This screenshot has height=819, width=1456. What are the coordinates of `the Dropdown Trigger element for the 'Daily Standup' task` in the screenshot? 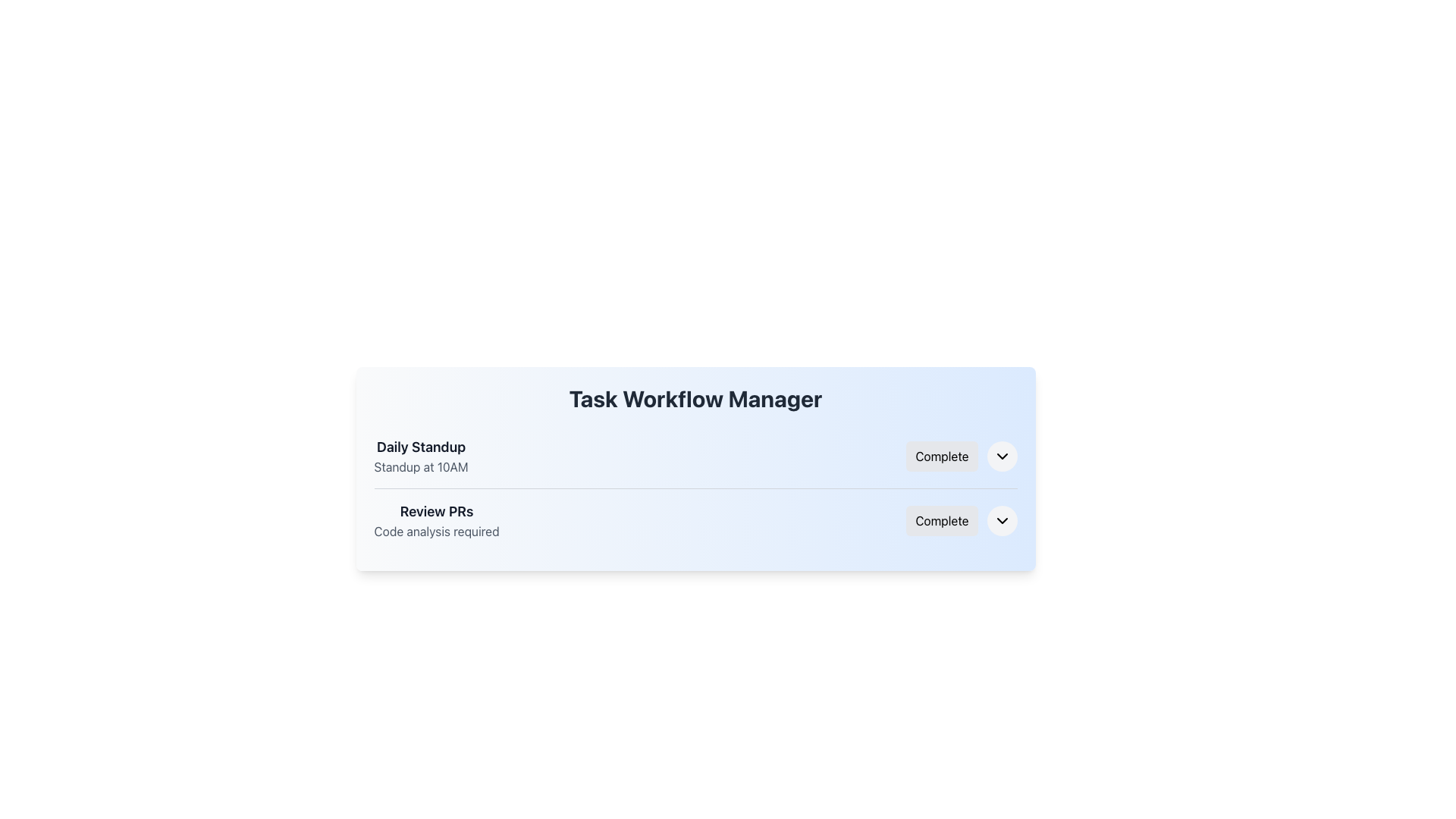 It's located at (961, 455).